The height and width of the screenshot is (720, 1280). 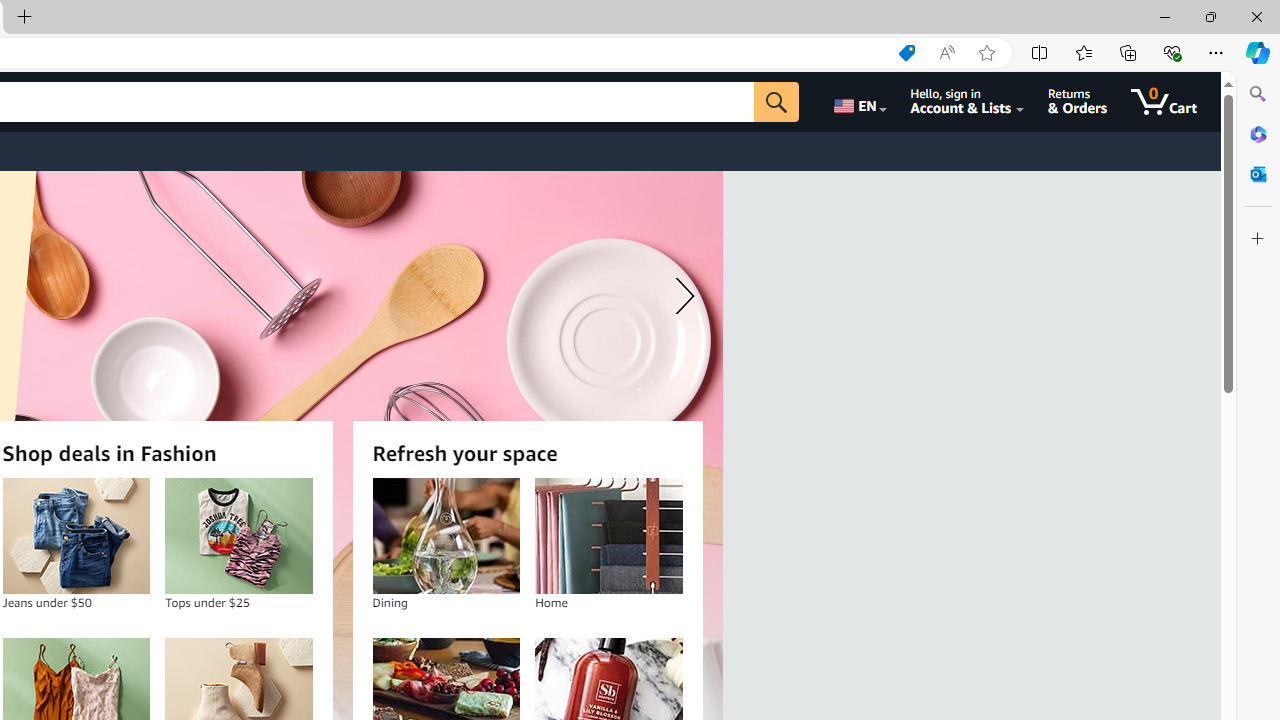 What do you see at coordinates (445, 535) in the screenshot?
I see `'Dining'` at bounding box center [445, 535].